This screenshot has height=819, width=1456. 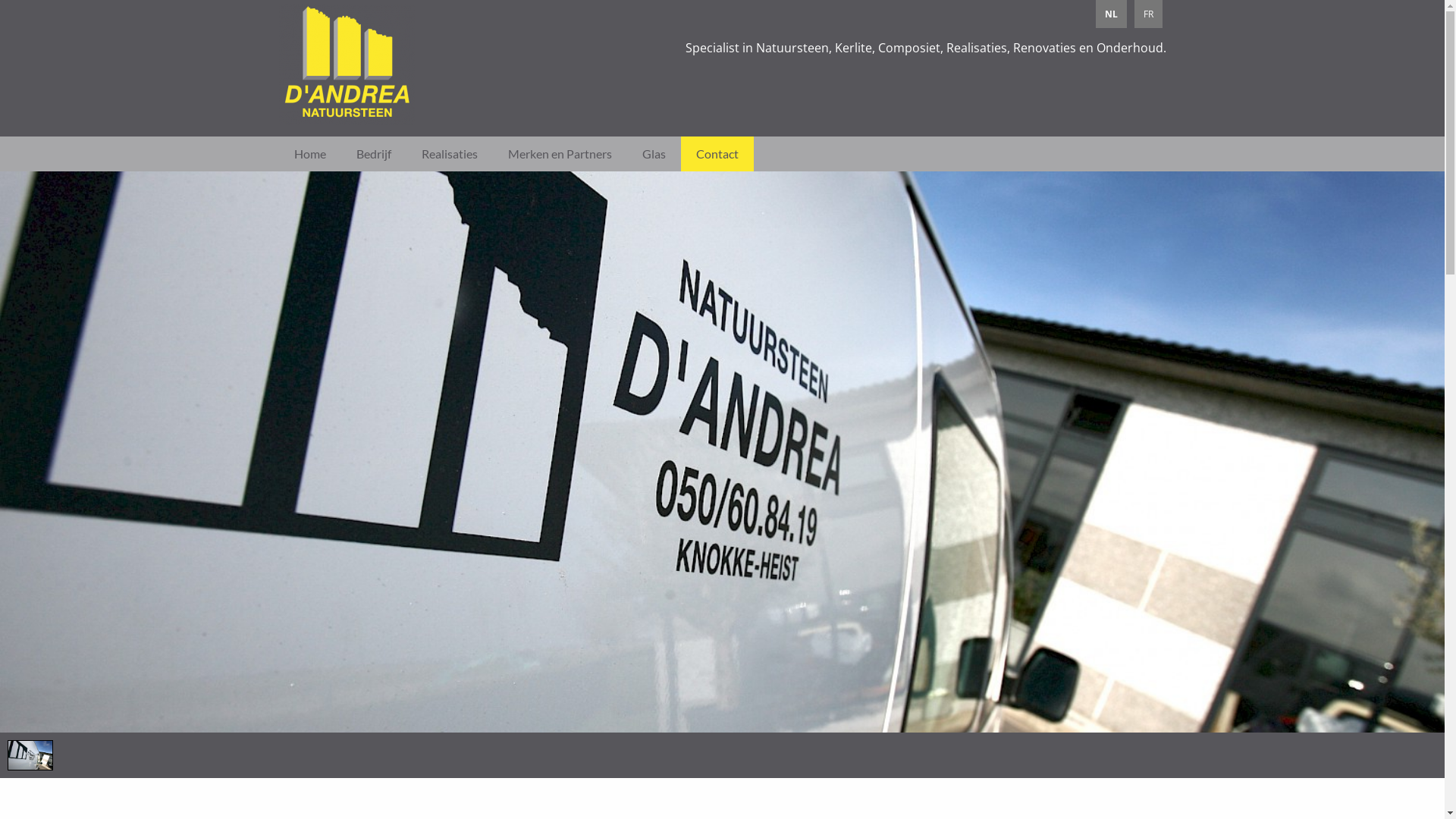 I want to click on 'Home', so click(x=309, y=154).